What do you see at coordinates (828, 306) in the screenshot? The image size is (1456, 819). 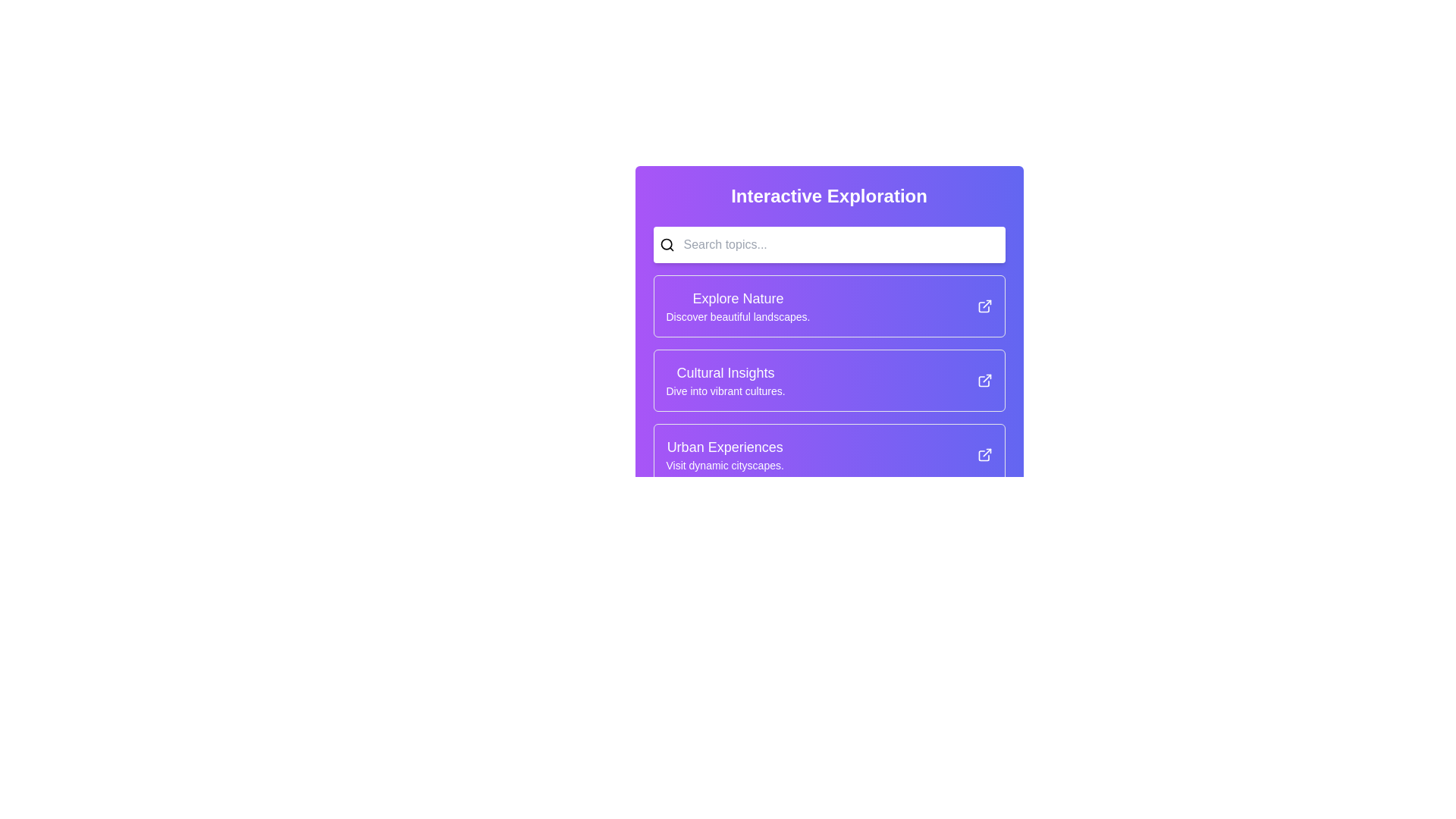 I see `the first clickable card in the vertical list below the search bar` at bounding box center [828, 306].